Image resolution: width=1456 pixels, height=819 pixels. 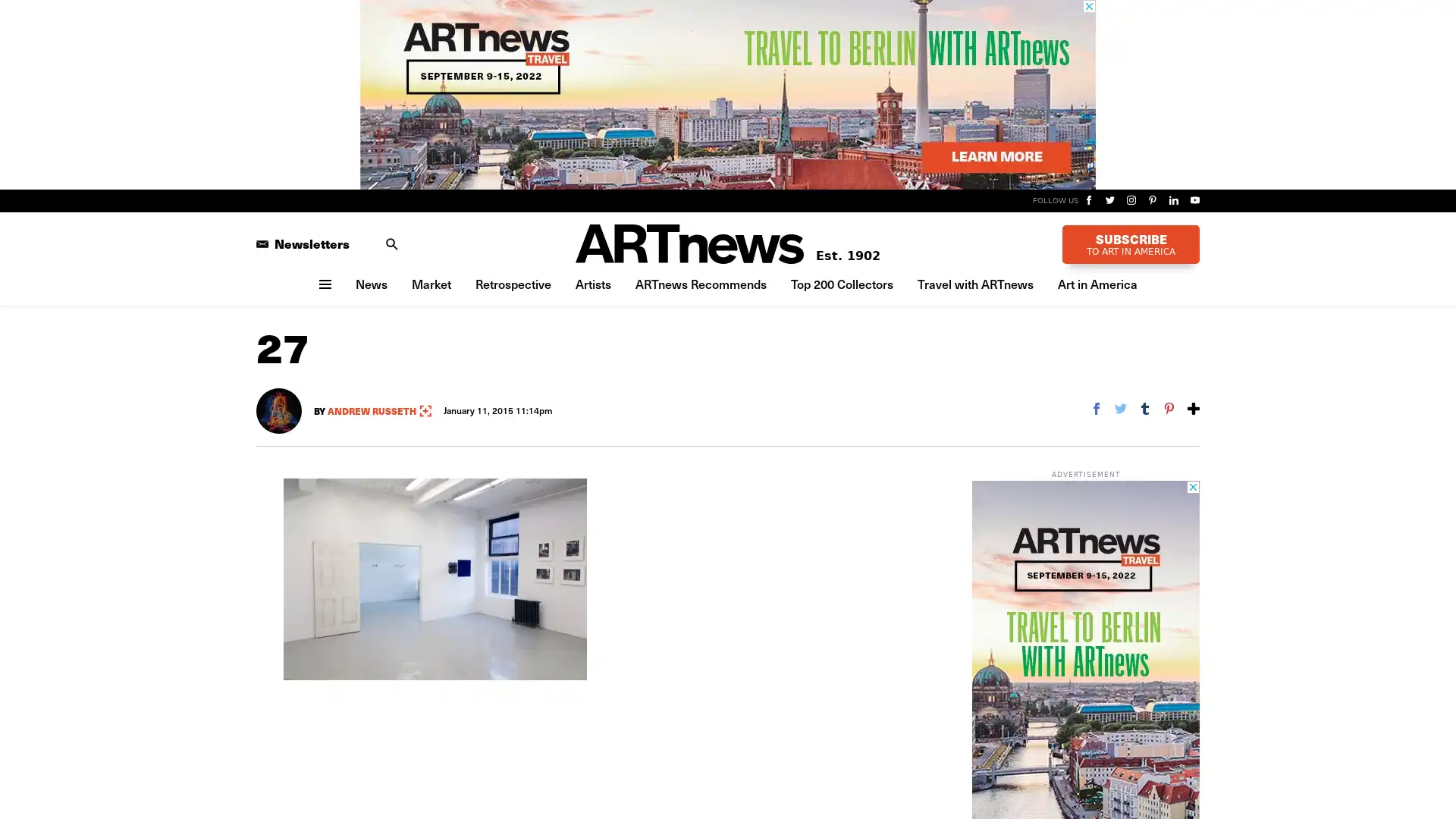 I want to click on BY ANDREW RUSSETH Plus Icon, so click(x=372, y=409).